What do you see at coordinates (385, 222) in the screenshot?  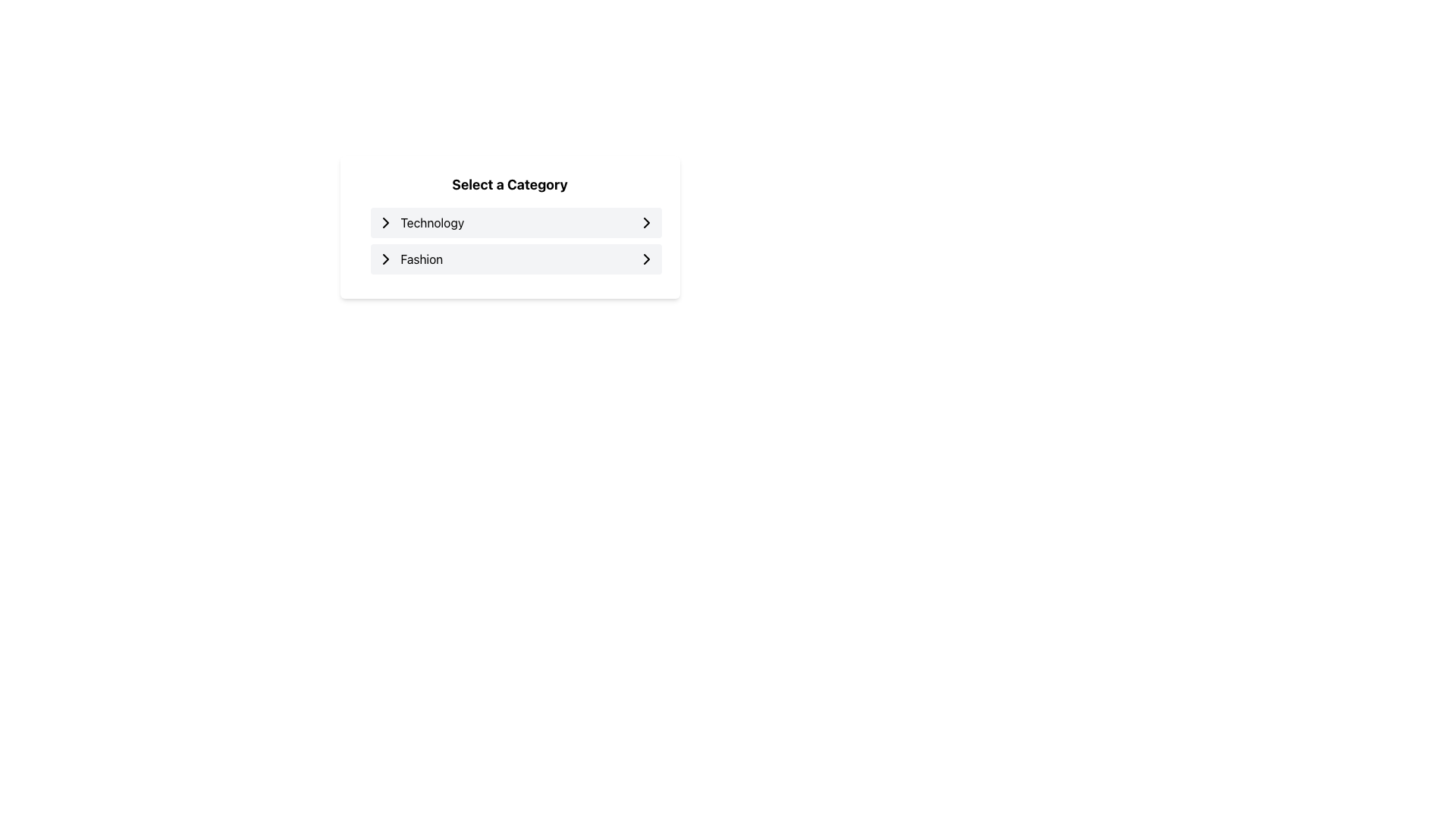 I see `the right-pointing chevron icon with a black stroke that indicates navigation, located to the left of the text 'Technology'` at bounding box center [385, 222].